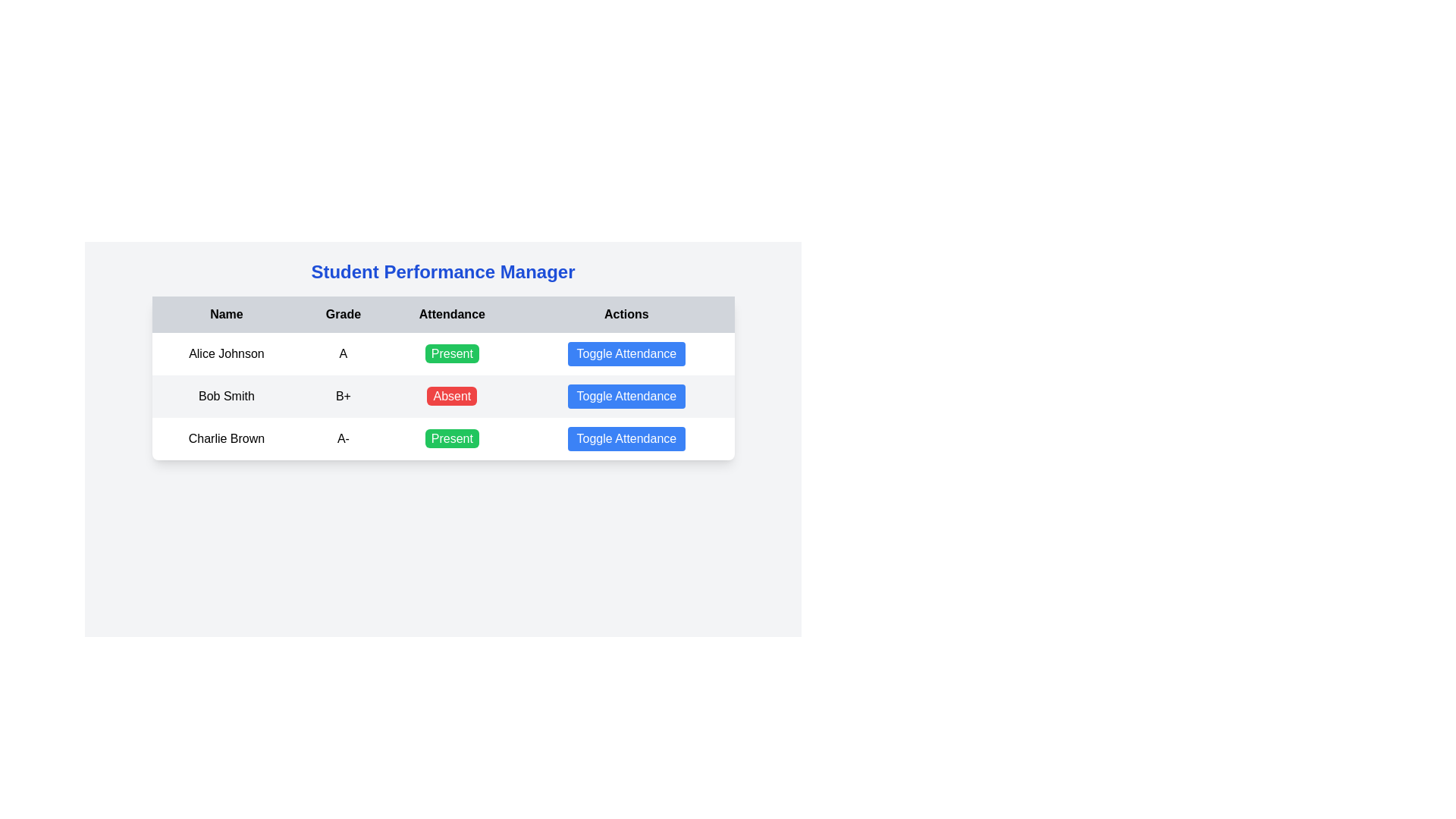  I want to click on the static text label displaying 'Bob Smith', which is located in the first column under the 'Name' column heading of a table-style layout, in the second row, so click(225, 396).